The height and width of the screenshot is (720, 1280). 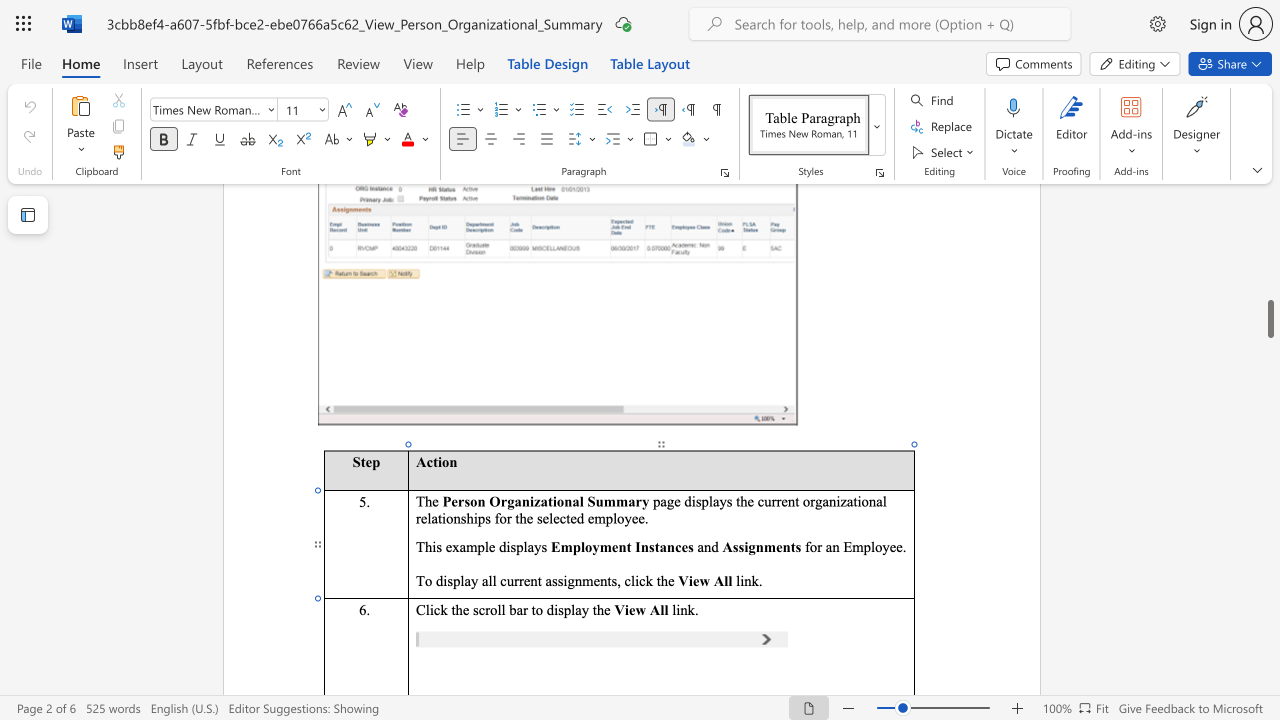 What do you see at coordinates (458, 547) in the screenshot?
I see `the space between the continuous character "x" and "a" in the text` at bounding box center [458, 547].